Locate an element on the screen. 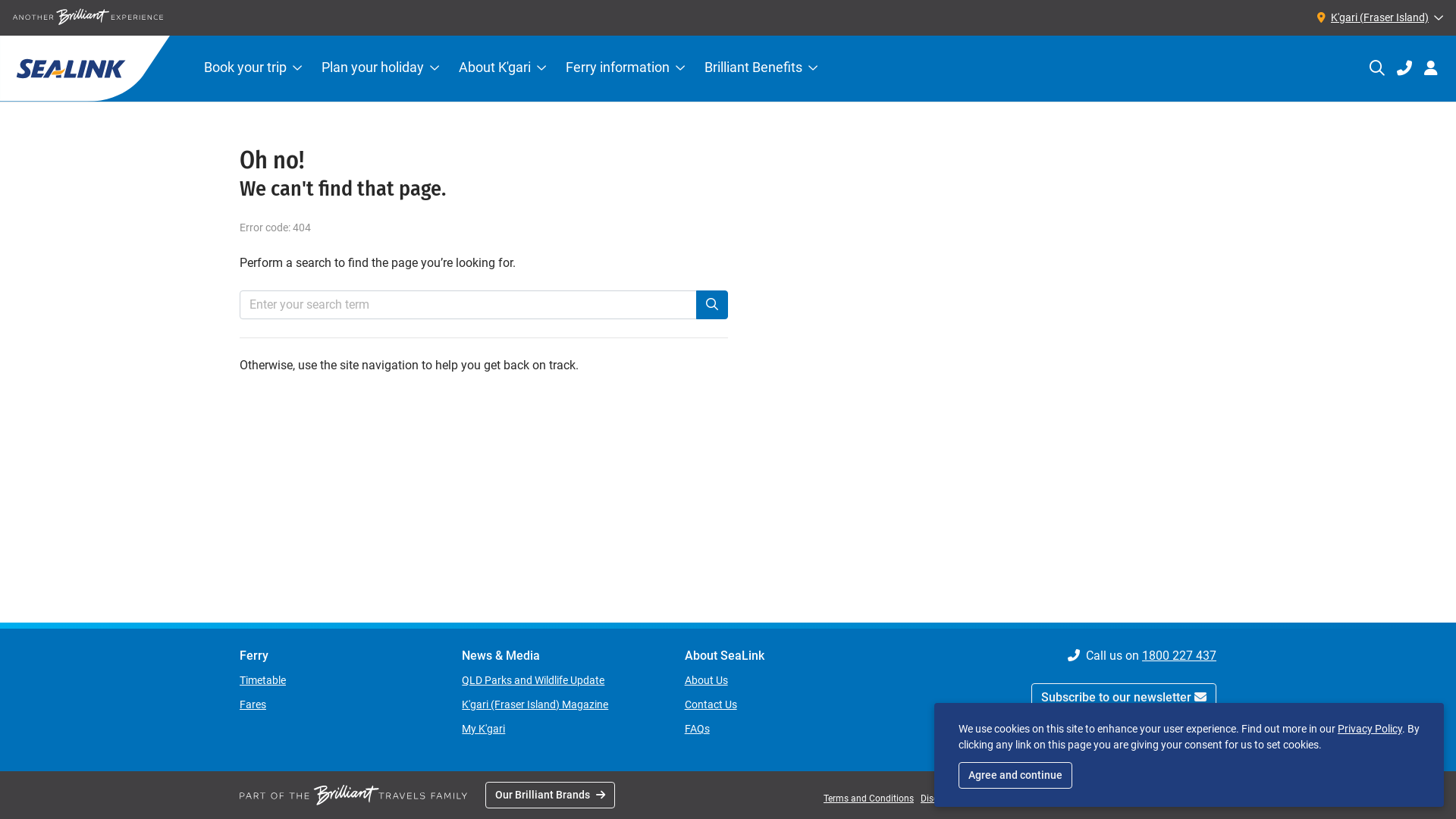 Image resolution: width=1456 pixels, height=819 pixels. '1800 227 437' is located at coordinates (1178, 654).